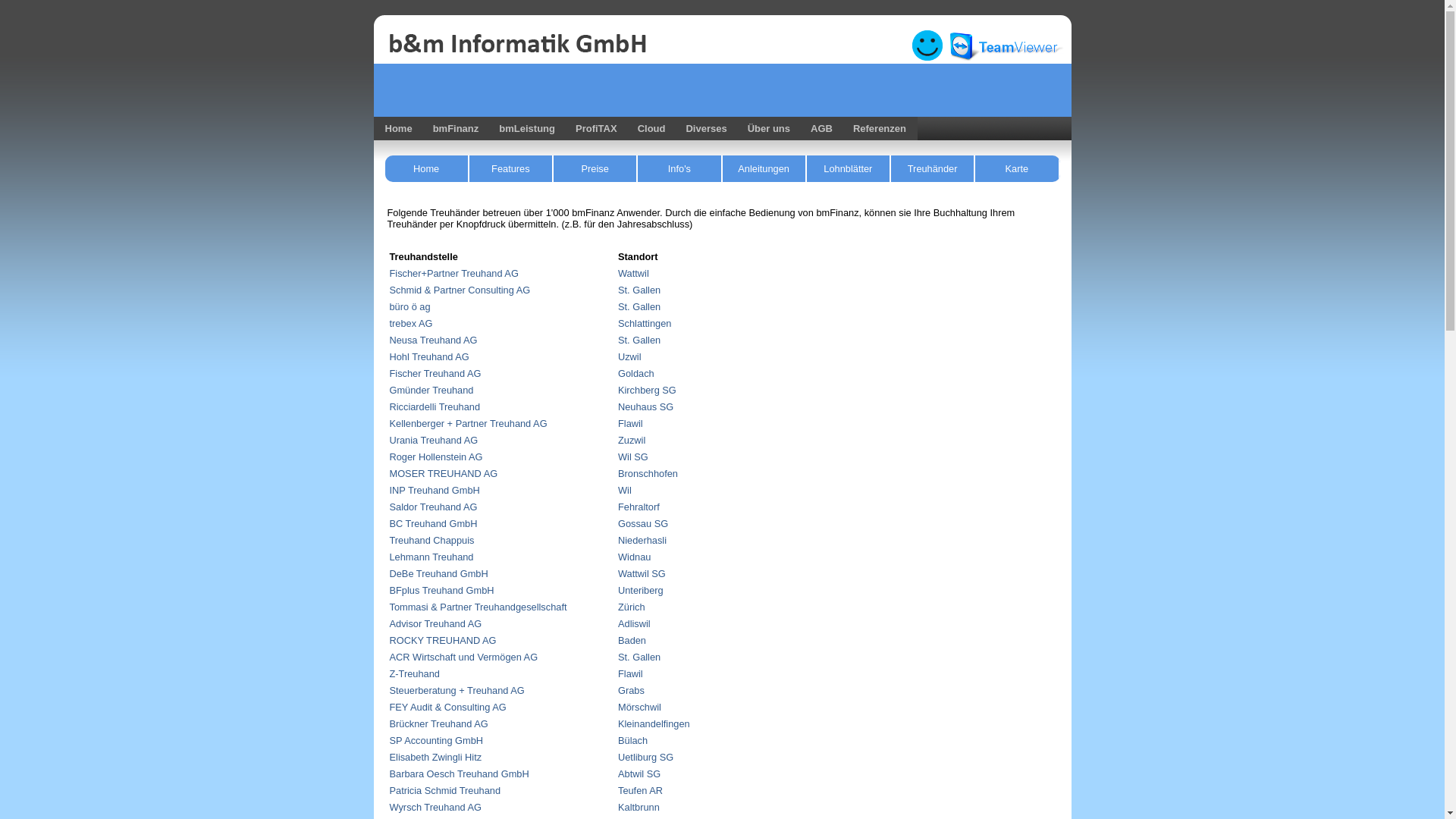 This screenshot has height=819, width=1456. What do you see at coordinates (435, 757) in the screenshot?
I see `'Elisabeth Zwingli Hitz'` at bounding box center [435, 757].